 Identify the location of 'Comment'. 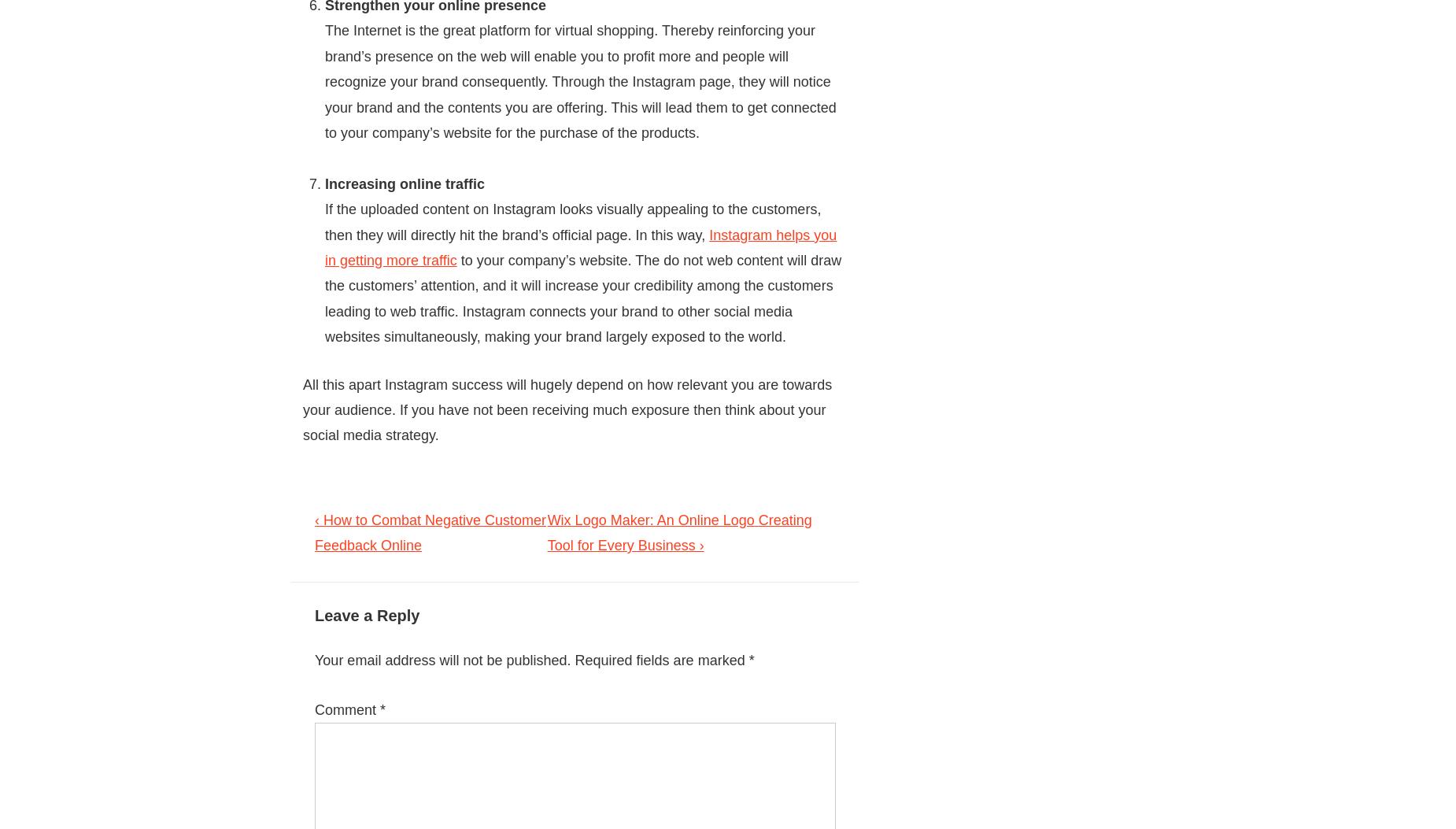
(346, 709).